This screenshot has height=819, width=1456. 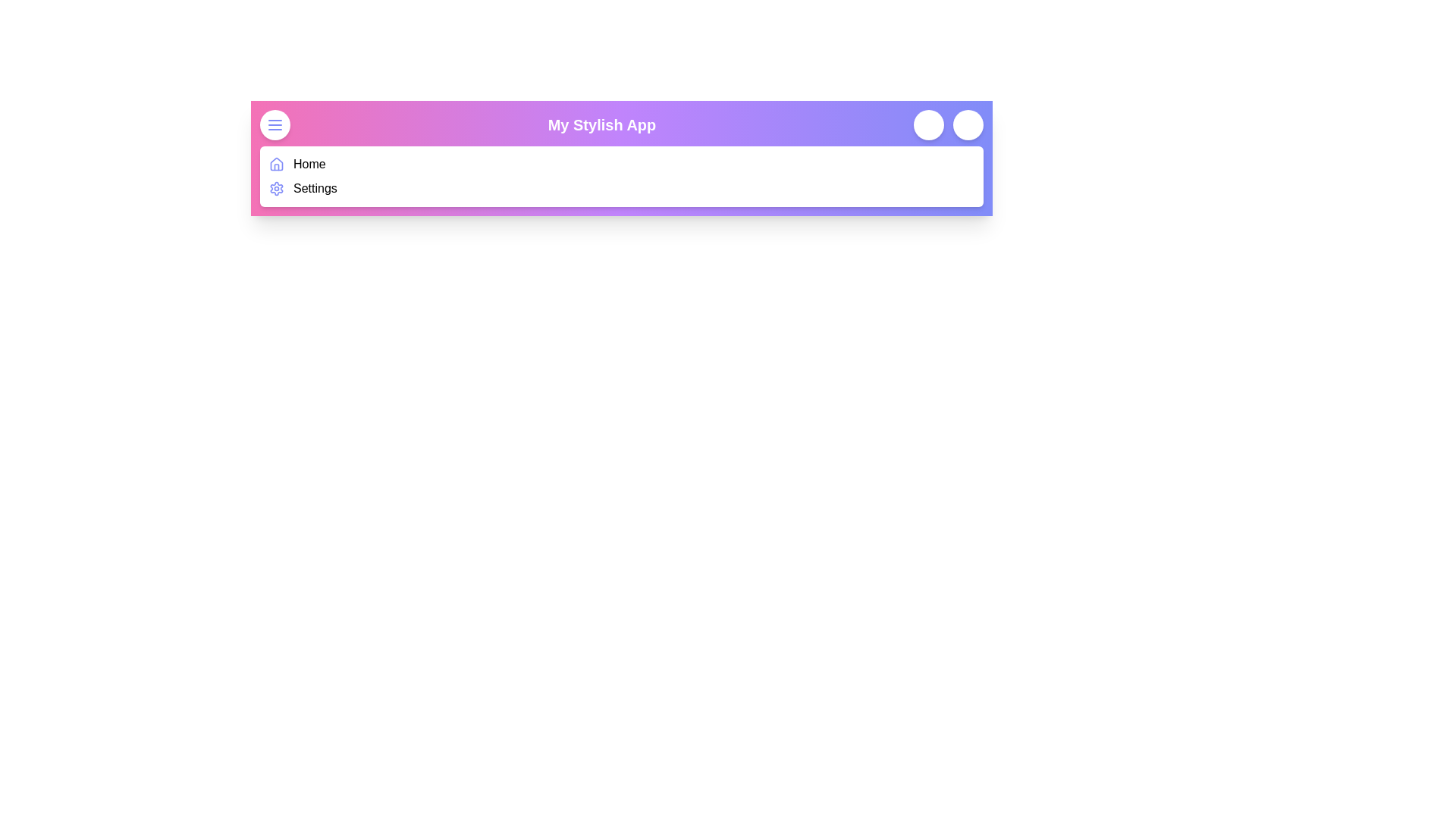 What do you see at coordinates (309, 164) in the screenshot?
I see `the 'Home' menu item in the navigation bar` at bounding box center [309, 164].